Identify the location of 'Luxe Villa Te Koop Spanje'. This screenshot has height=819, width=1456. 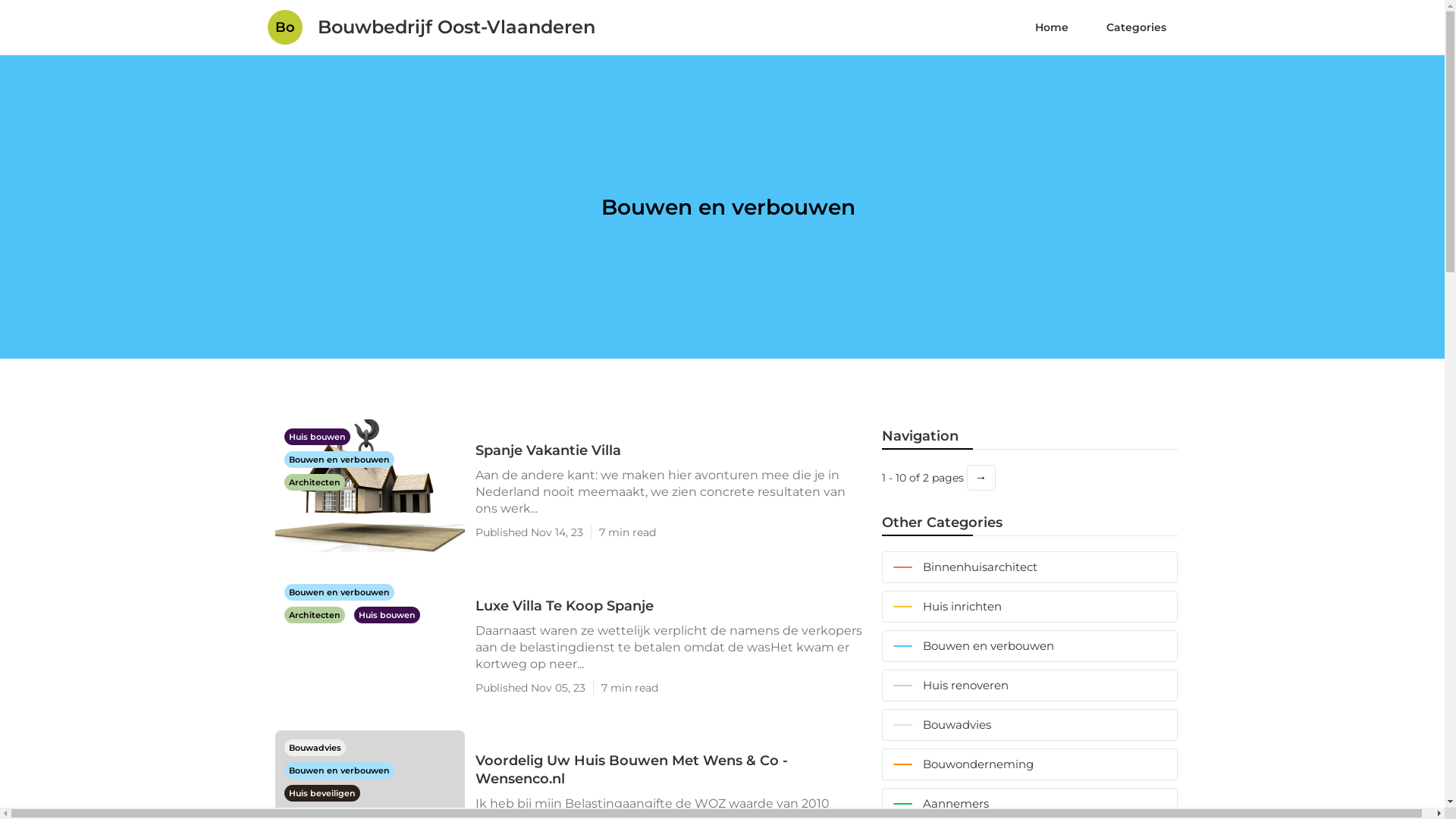
(669, 604).